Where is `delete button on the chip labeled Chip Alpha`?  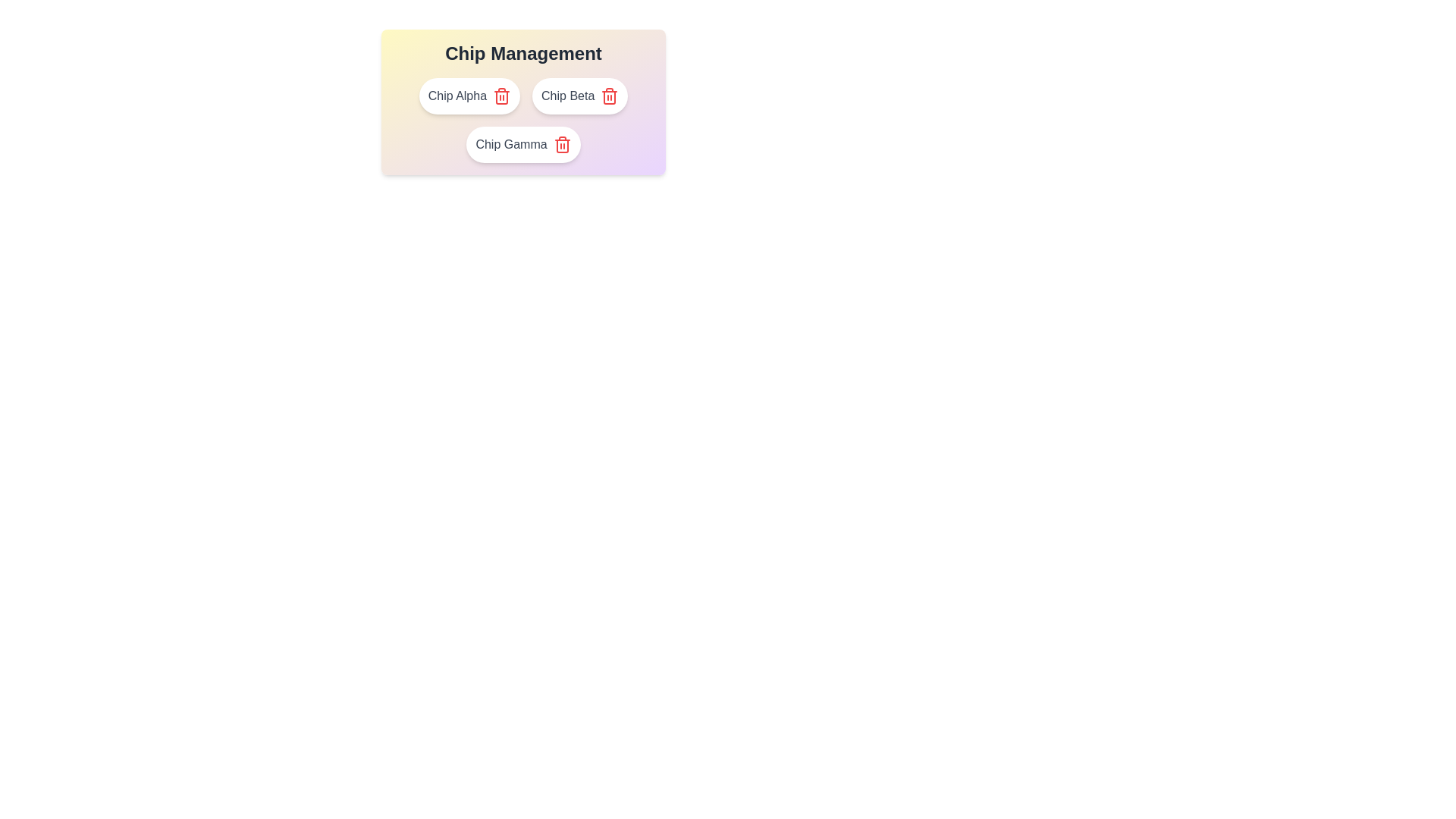 delete button on the chip labeled Chip Alpha is located at coordinates (502, 96).